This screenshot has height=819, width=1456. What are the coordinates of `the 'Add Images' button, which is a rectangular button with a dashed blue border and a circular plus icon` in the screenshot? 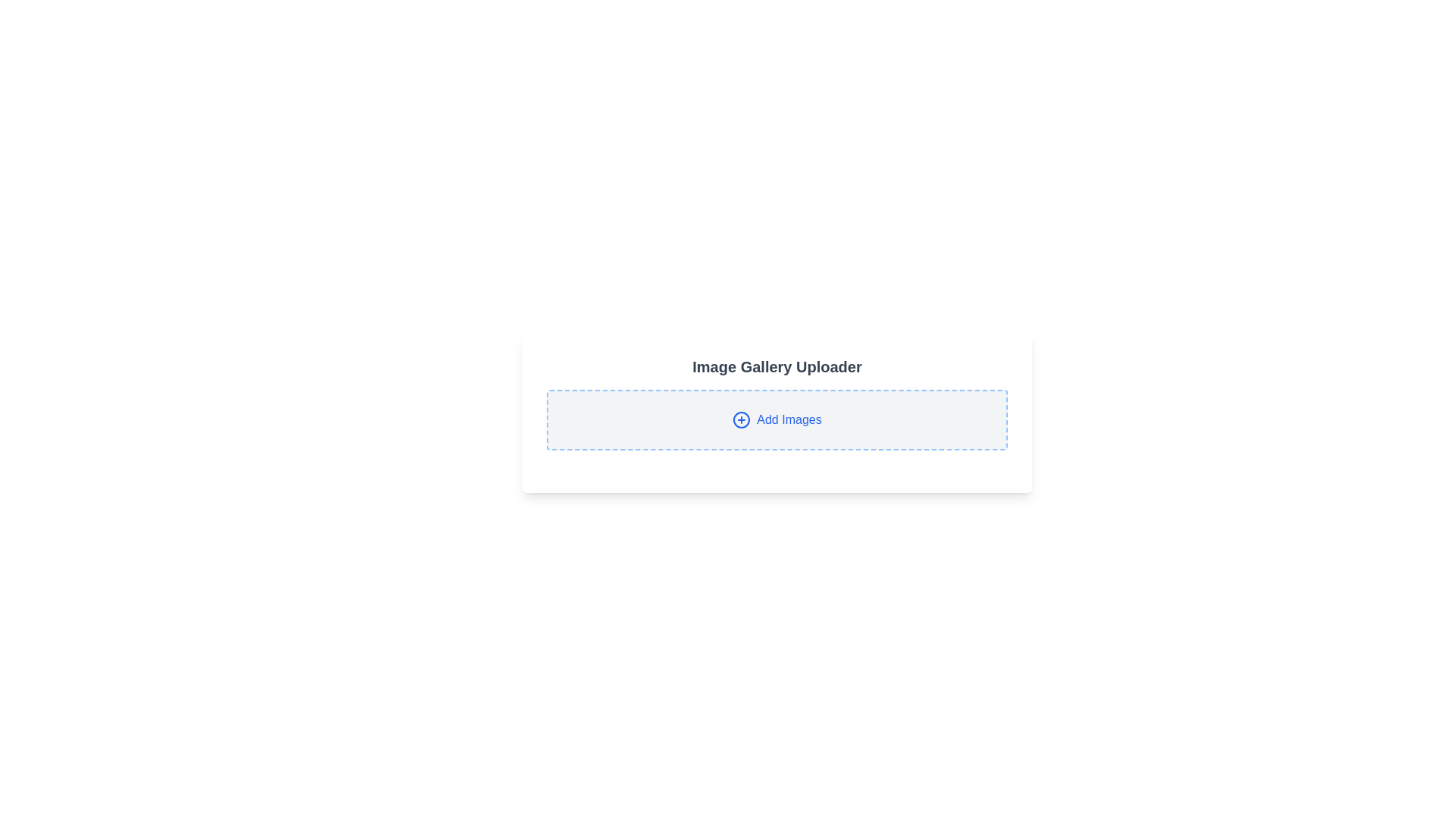 It's located at (777, 420).